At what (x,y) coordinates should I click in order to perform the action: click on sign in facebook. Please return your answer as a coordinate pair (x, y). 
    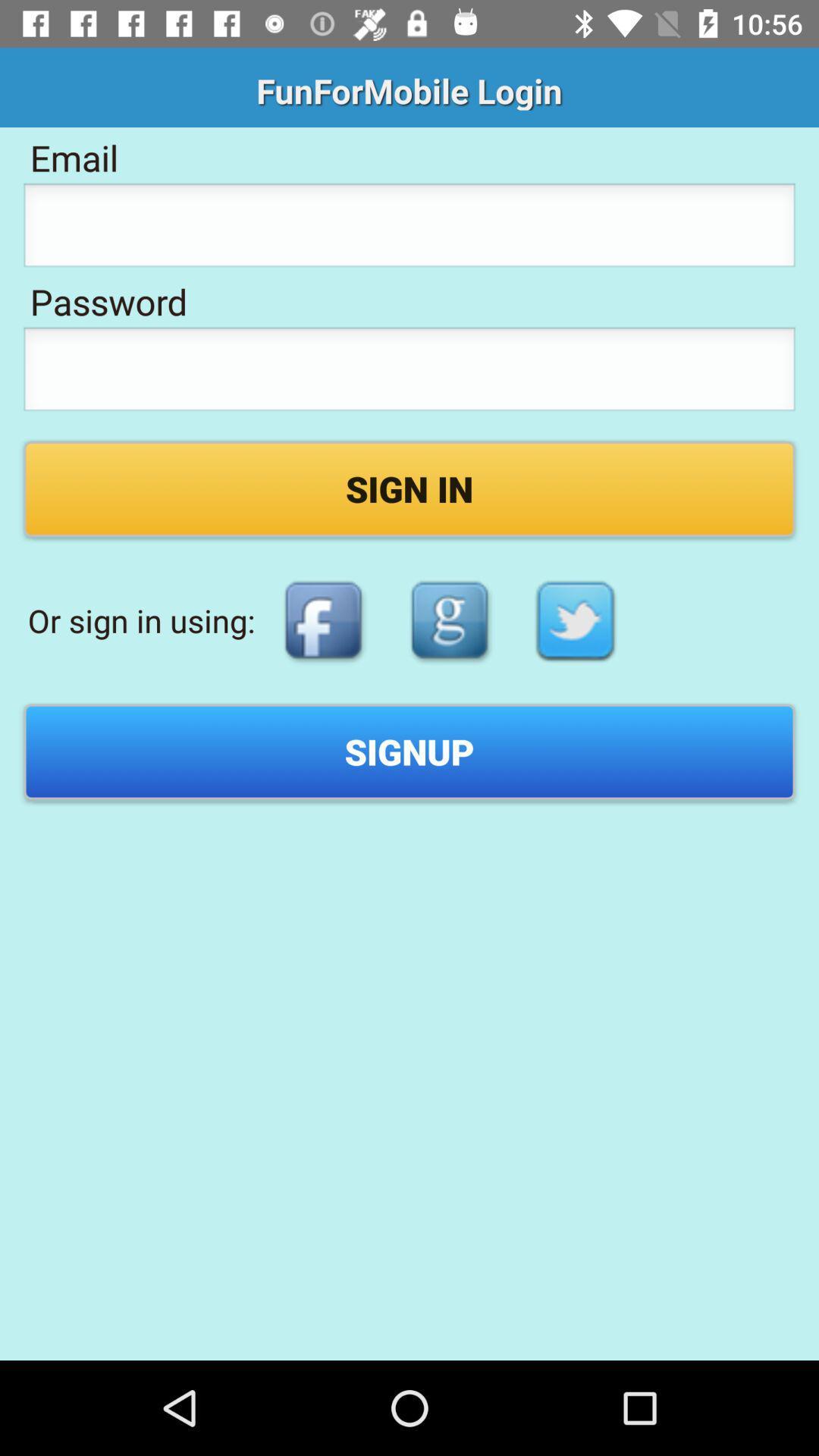
    Looking at the image, I should click on (322, 620).